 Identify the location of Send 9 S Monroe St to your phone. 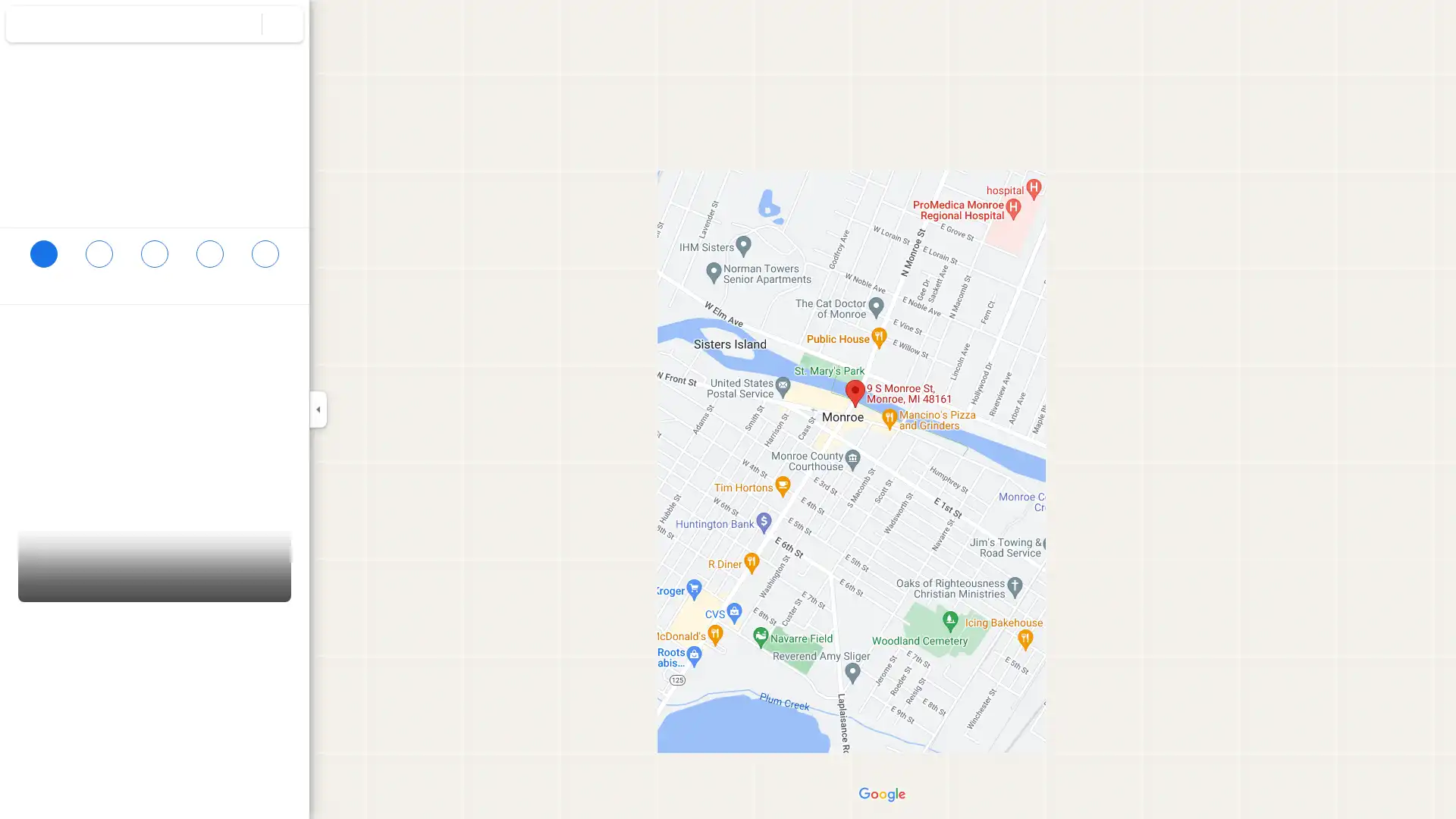
(209, 265).